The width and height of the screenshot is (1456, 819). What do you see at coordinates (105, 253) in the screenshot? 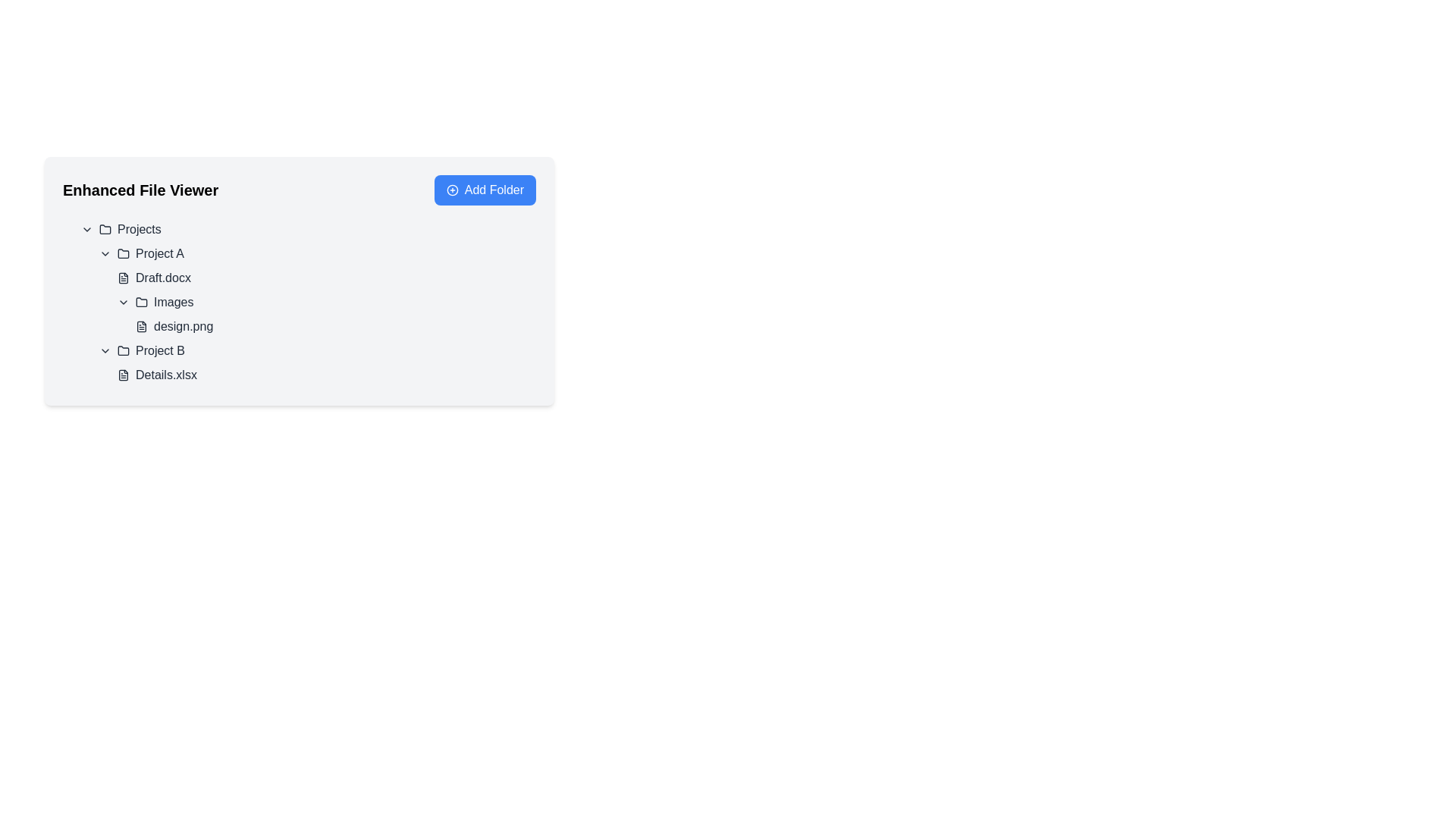
I see `the Dropdown toggle icon for 'Project A'` at bounding box center [105, 253].